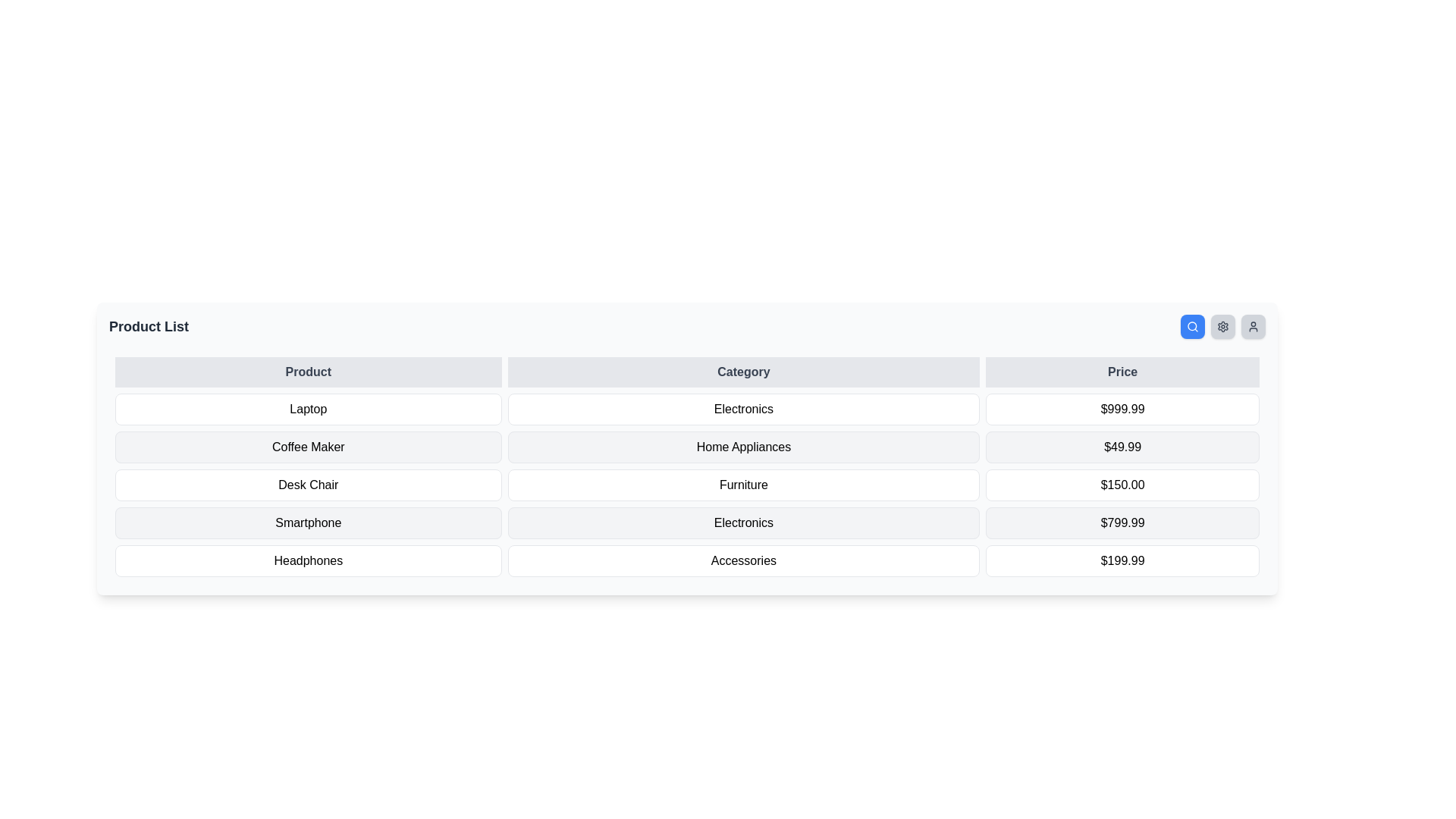  Describe the element at coordinates (743, 561) in the screenshot. I see `the 'Accessories' text label, which is a medium-sized box with rounded corners displaying white text in the sixth row of the table under the 'Category' column` at that location.